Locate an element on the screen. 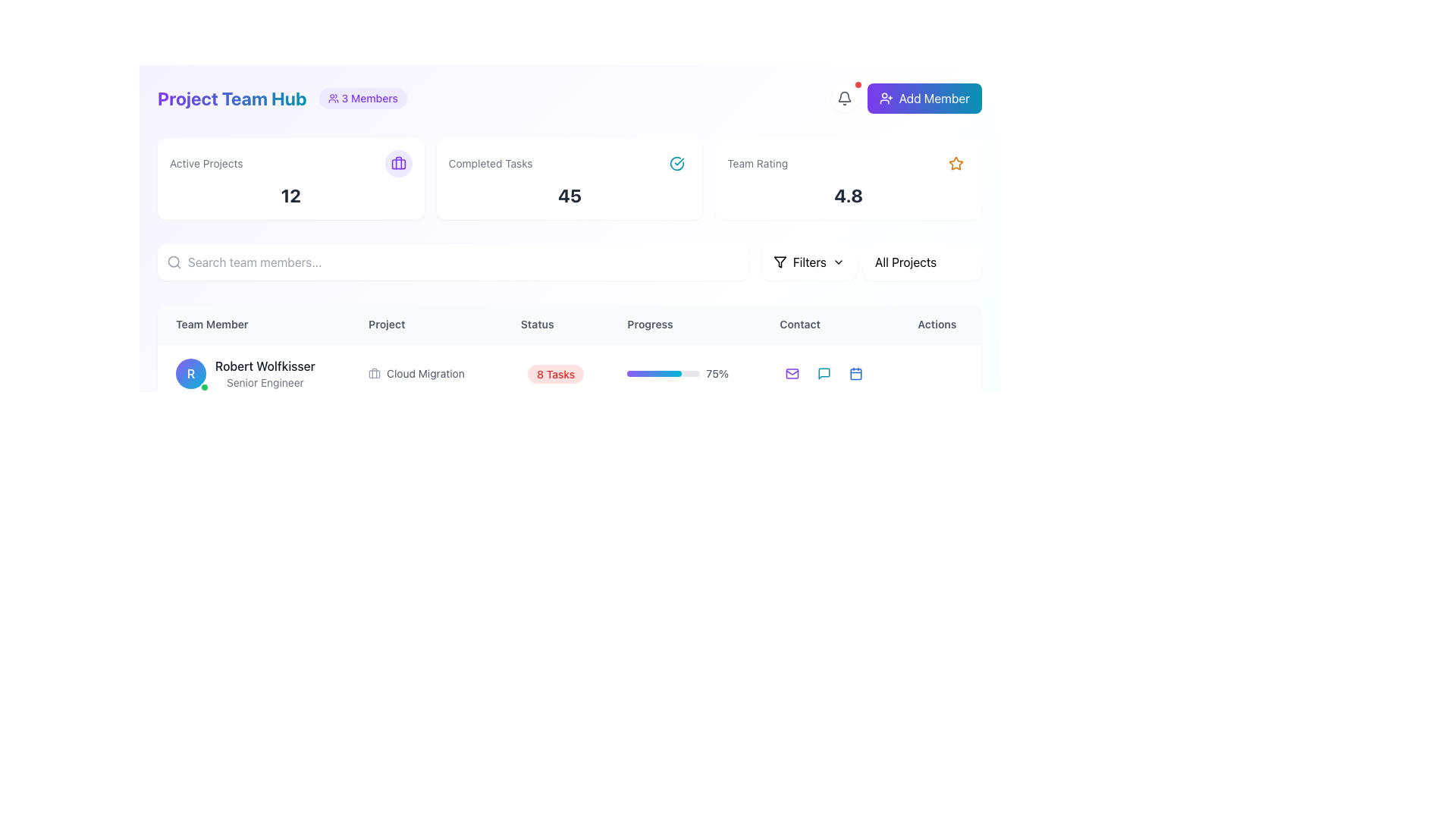  the messaging icon in the 'Contact' column associated with 'Robert Wolfkisser' is located at coordinates (824, 374).